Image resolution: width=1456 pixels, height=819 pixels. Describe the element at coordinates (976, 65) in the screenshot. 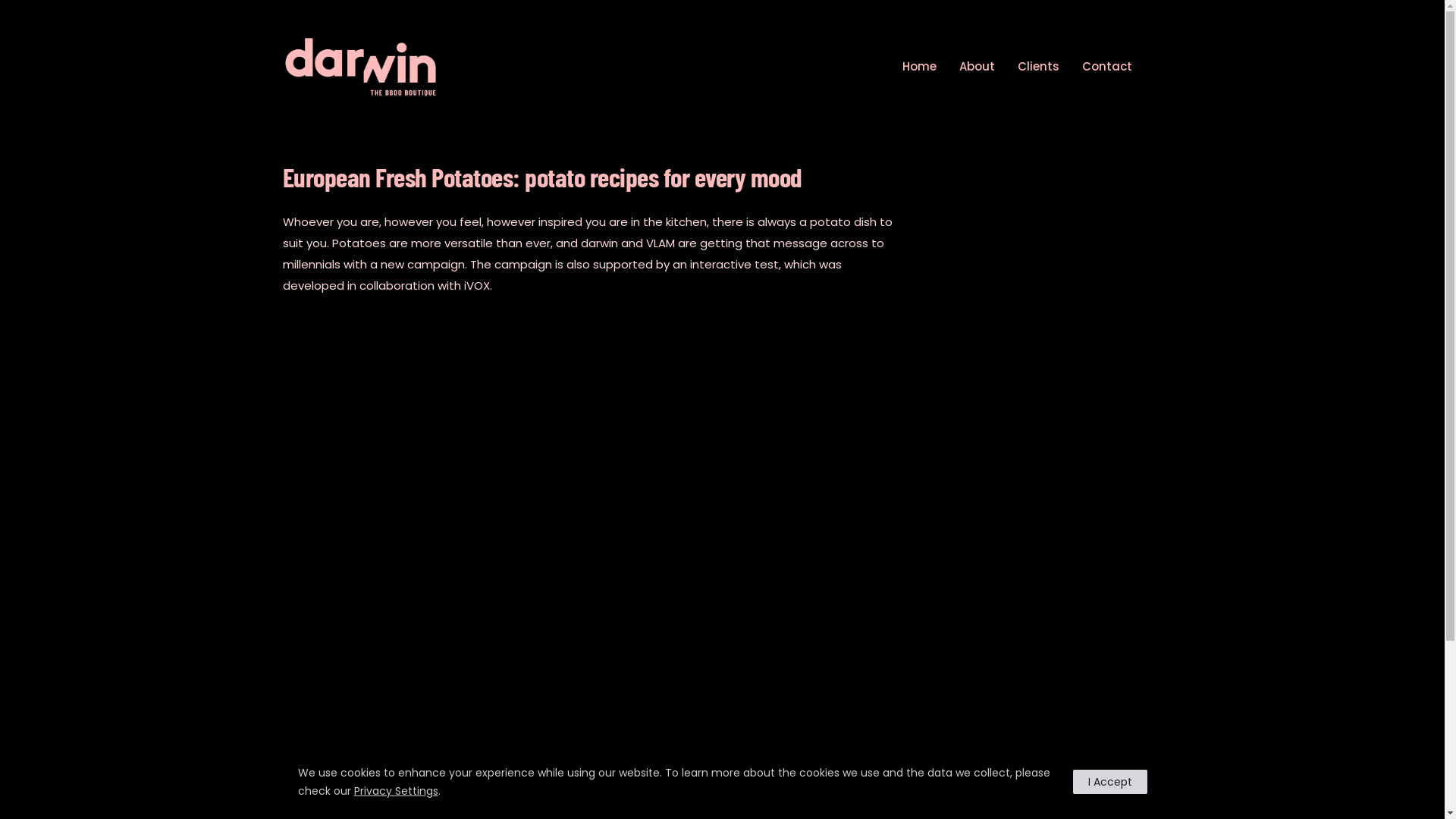

I see `'About'` at that location.